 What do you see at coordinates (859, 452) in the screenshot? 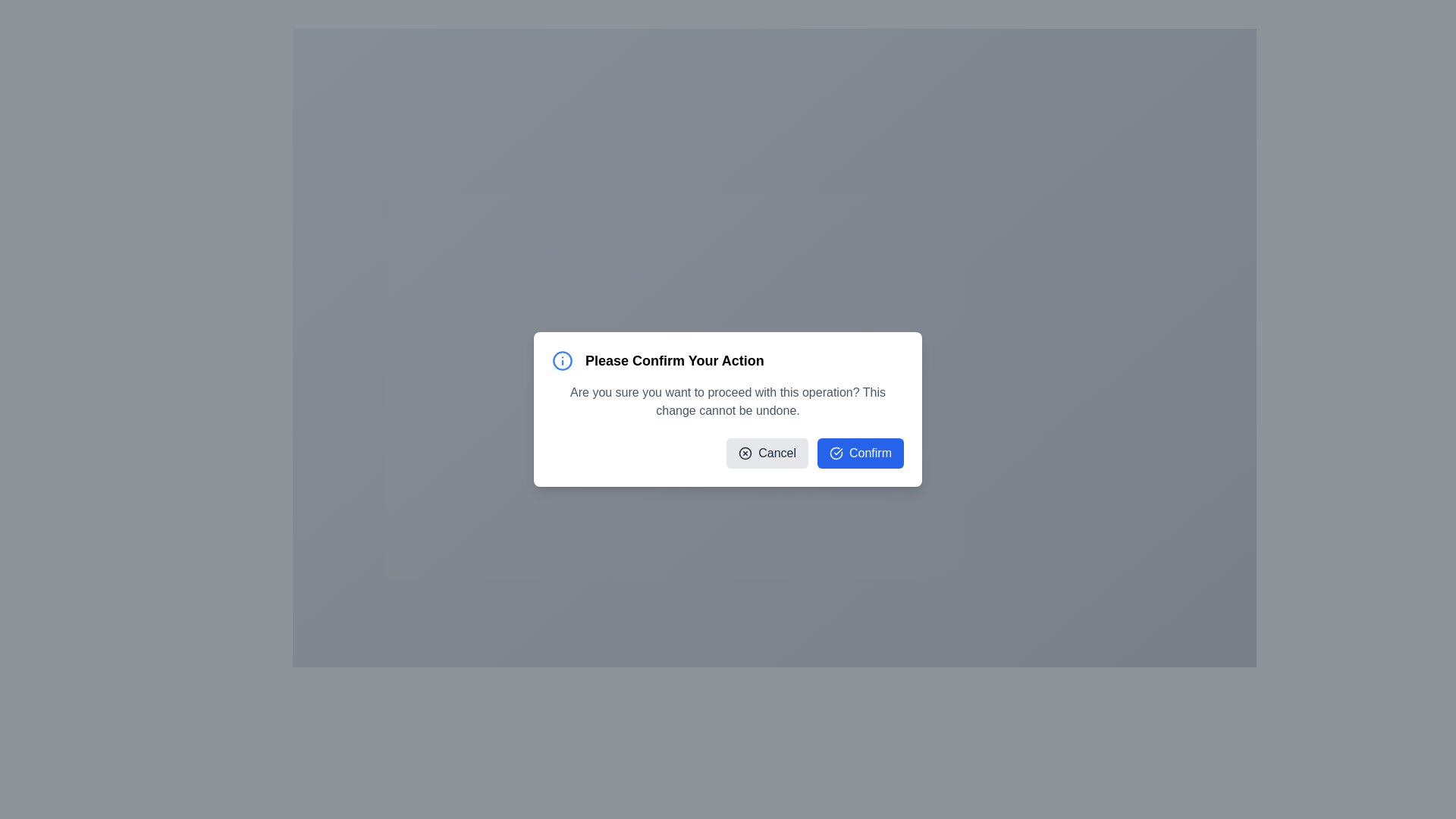
I see `the confirm button located in the bottom-right section of the modal dialog to confirm the action` at bounding box center [859, 452].